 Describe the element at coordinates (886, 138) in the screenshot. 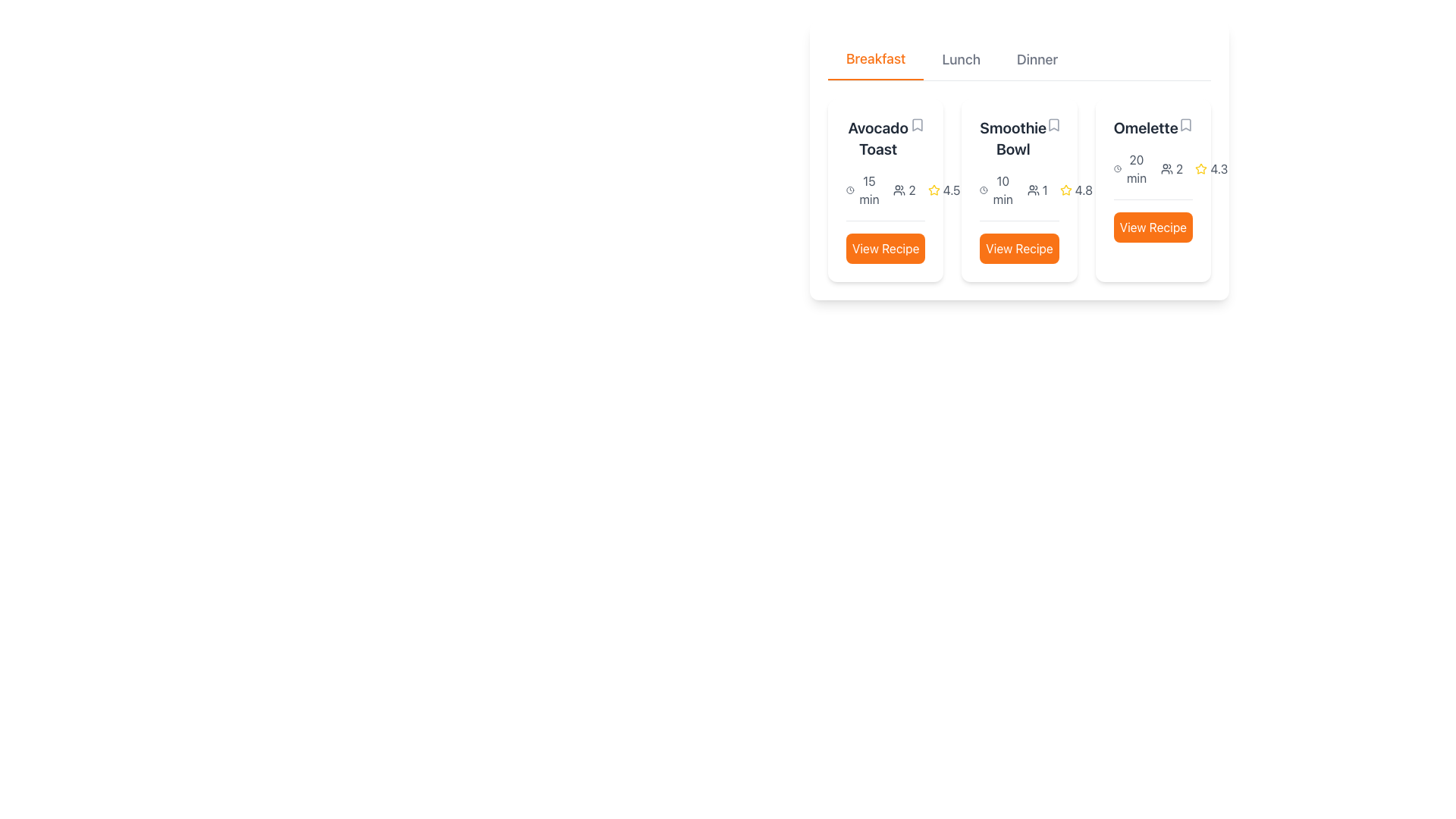

I see `the 'Avocado Toast' text label at the top of the first card under the 'Breakfast' tab` at that location.